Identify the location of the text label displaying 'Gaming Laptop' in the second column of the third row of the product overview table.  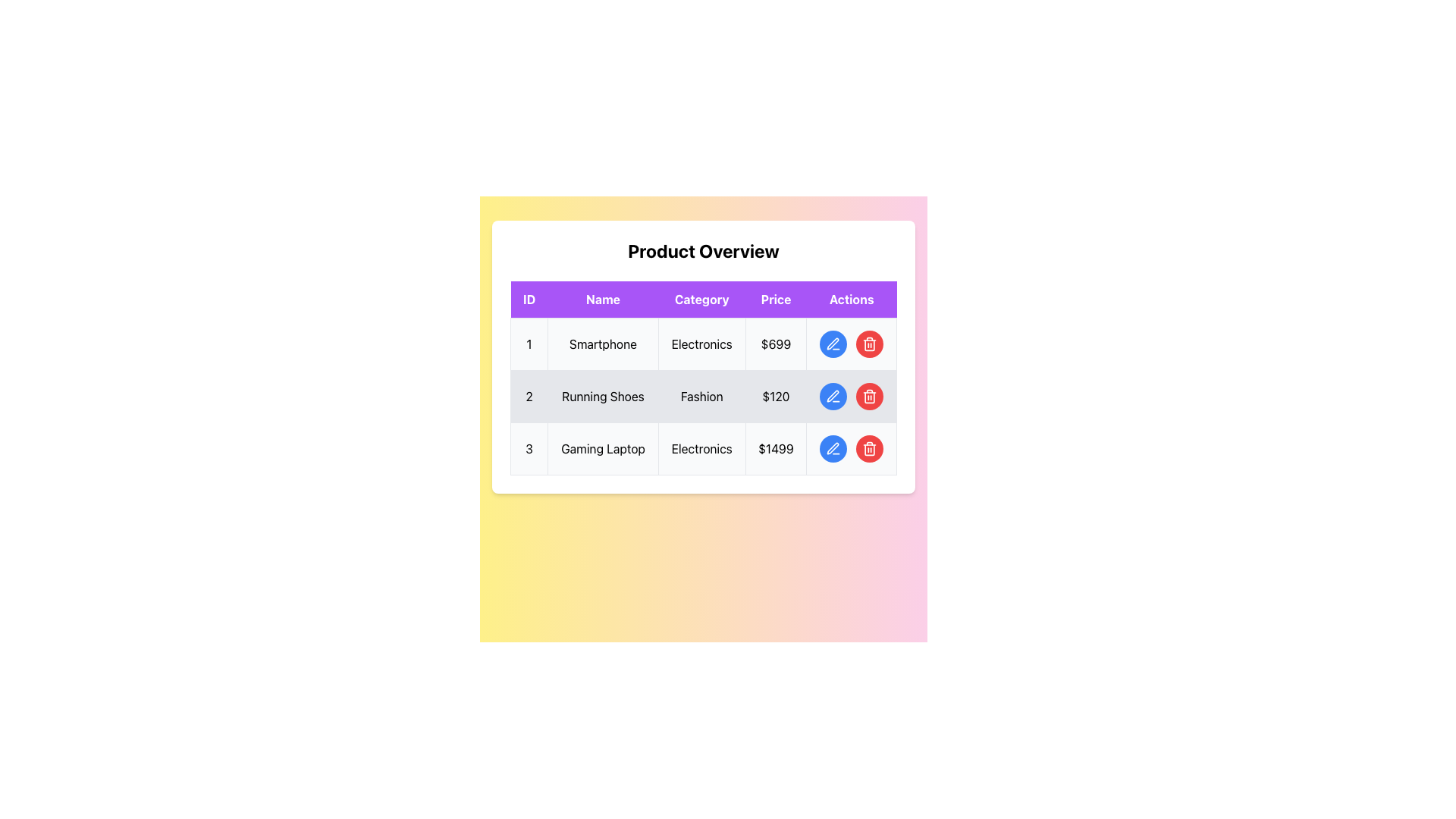
(602, 447).